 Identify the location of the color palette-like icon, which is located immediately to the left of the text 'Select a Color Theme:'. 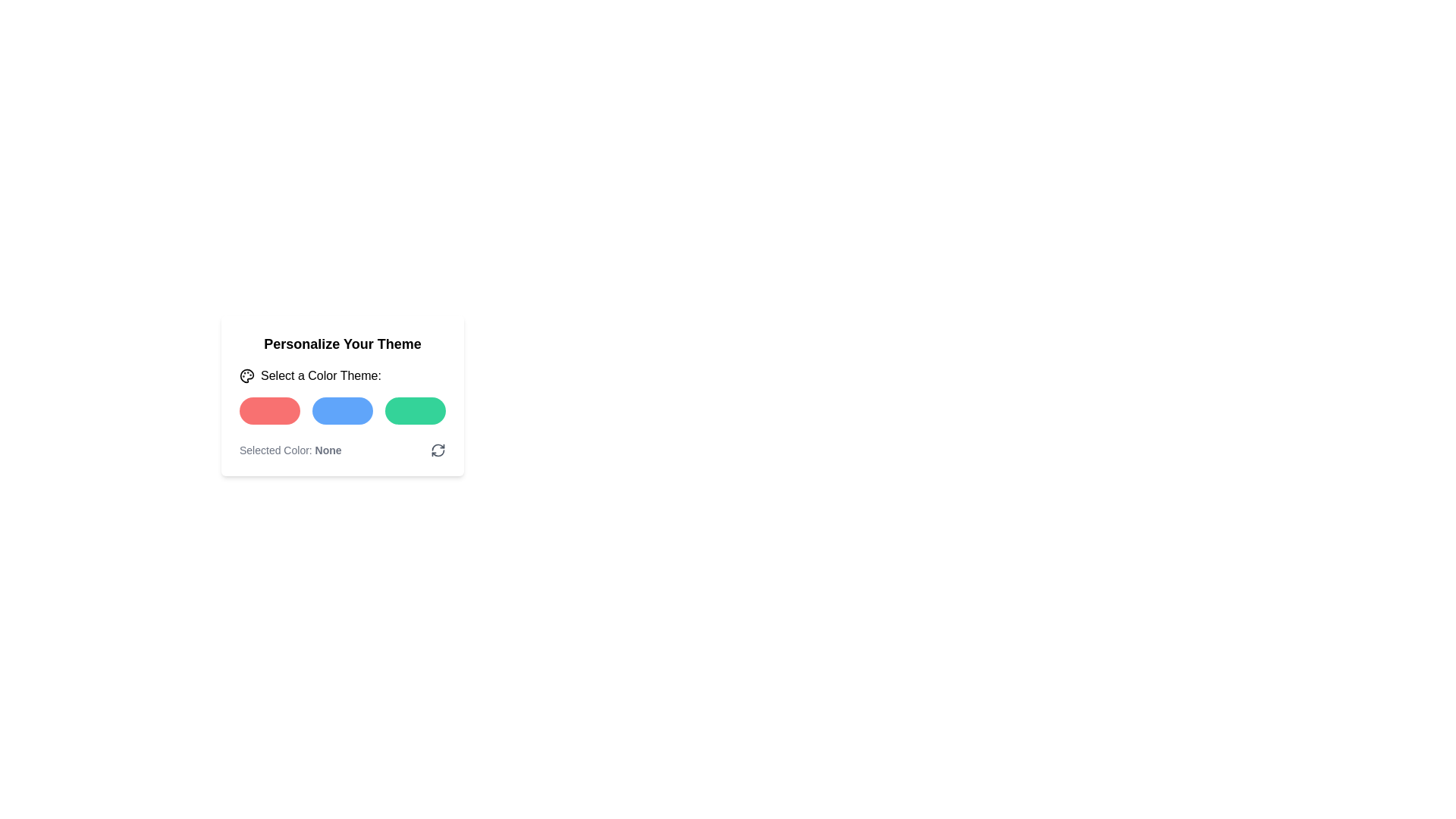
(247, 375).